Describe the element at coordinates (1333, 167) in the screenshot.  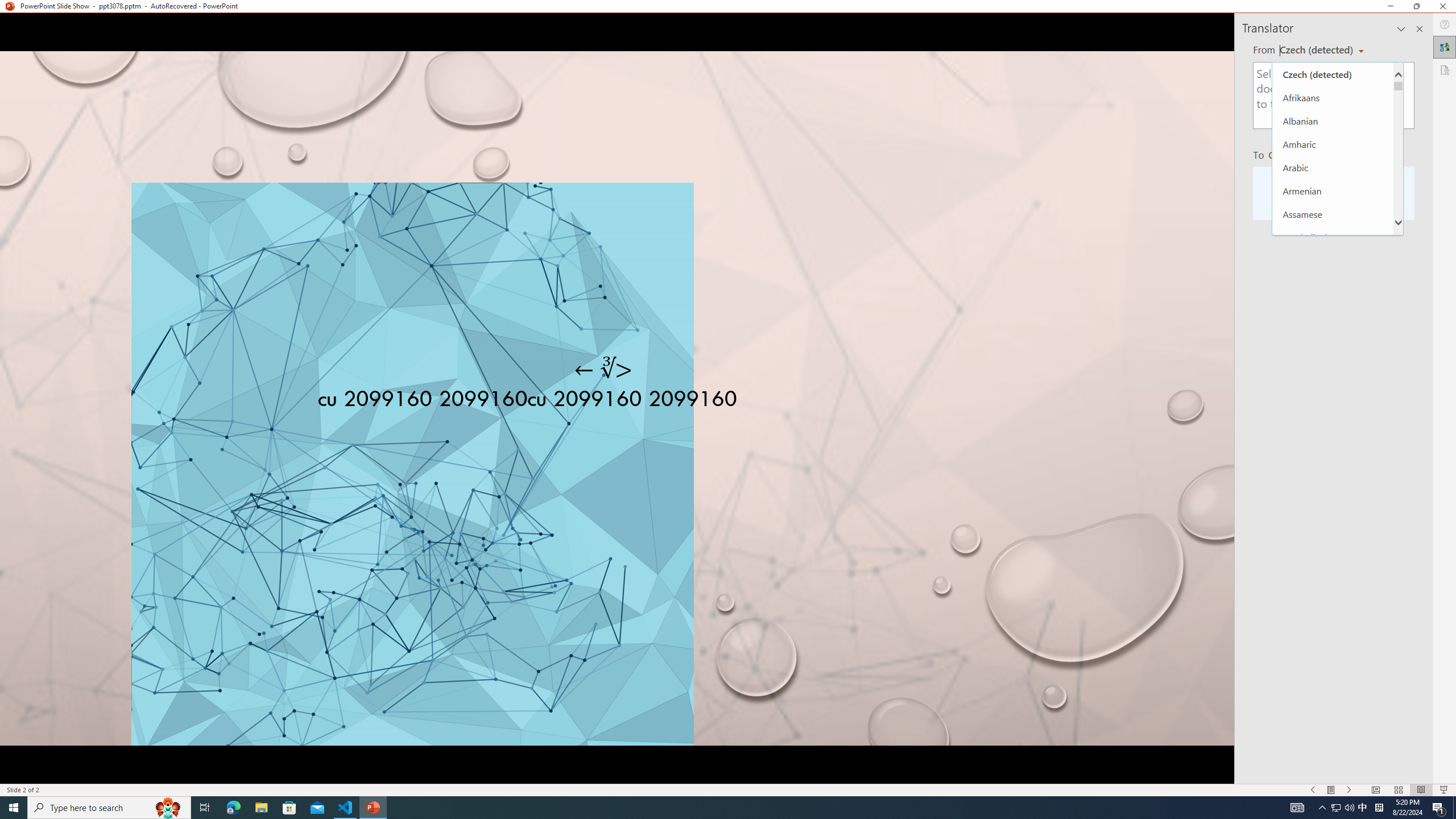
I see `'Arabic'` at that location.